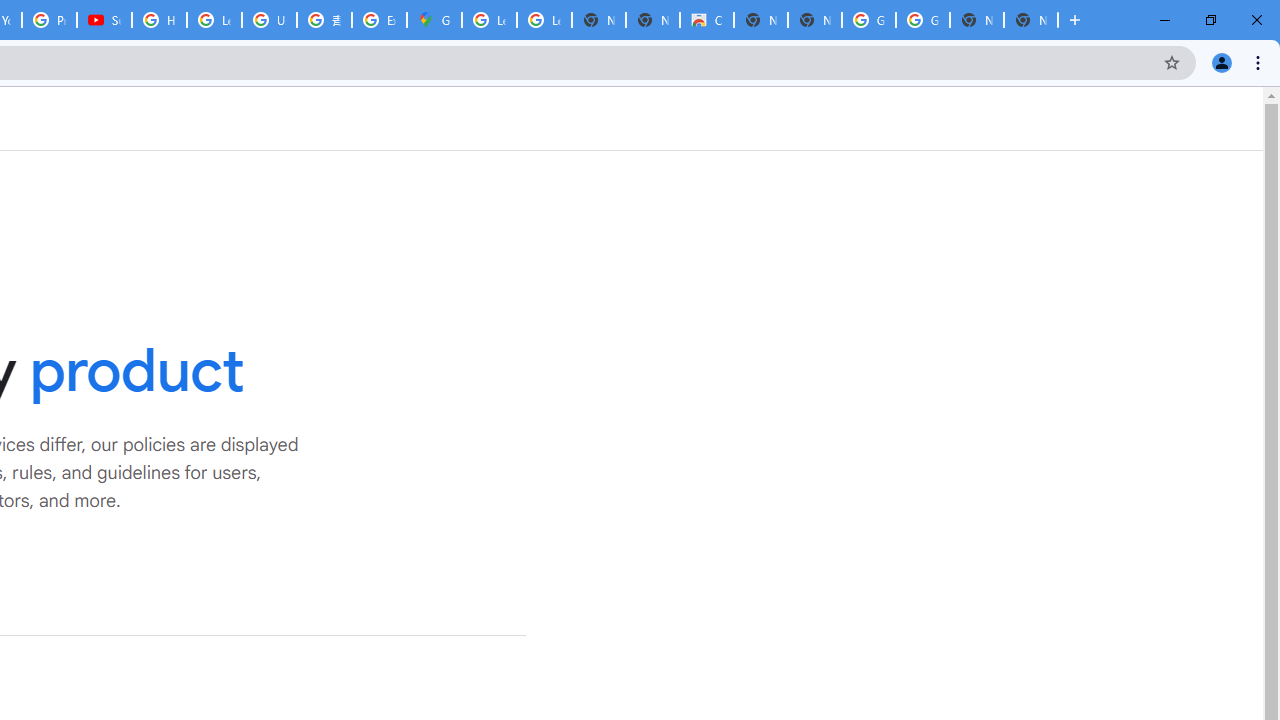 This screenshot has height=720, width=1280. Describe the element at coordinates (706, 20) in the screenshot. I see `'Chrome Web Store'` at that location.